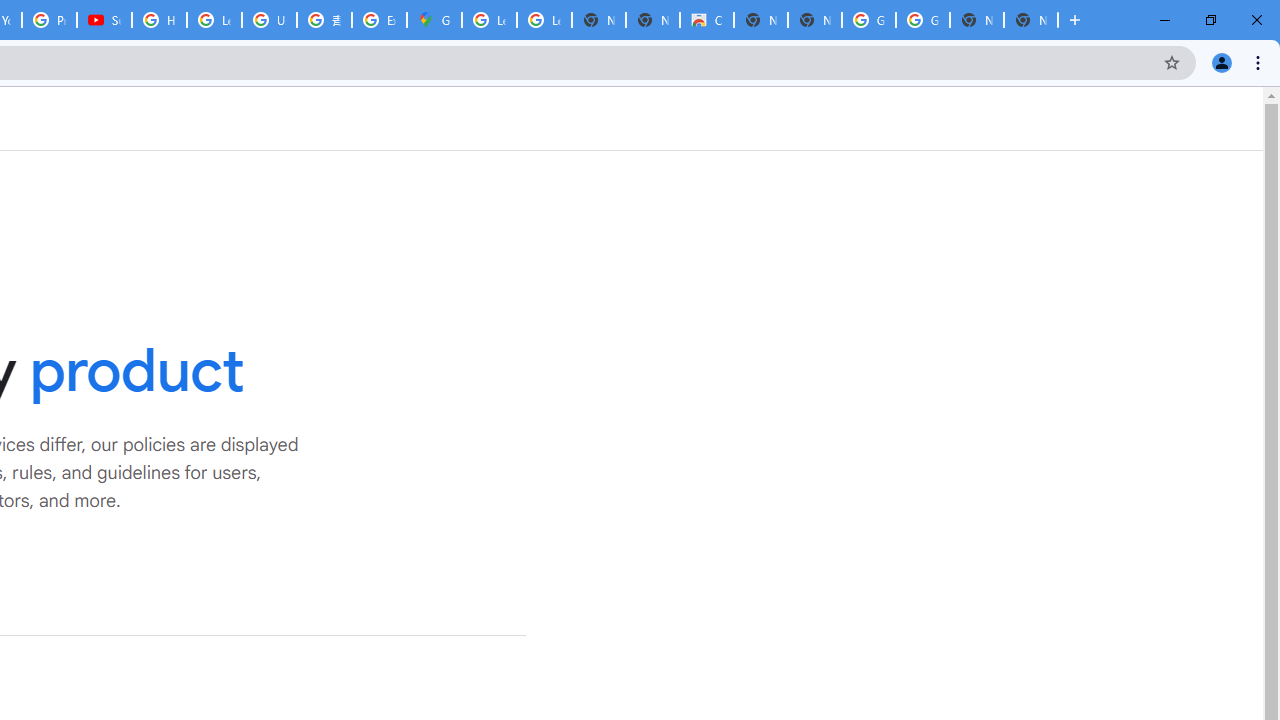 This screenshot has height=720, width=1280. Describe the element at coordinates (706, 20) in the screenshot. I see `'Chrome Web Store'` at that location.